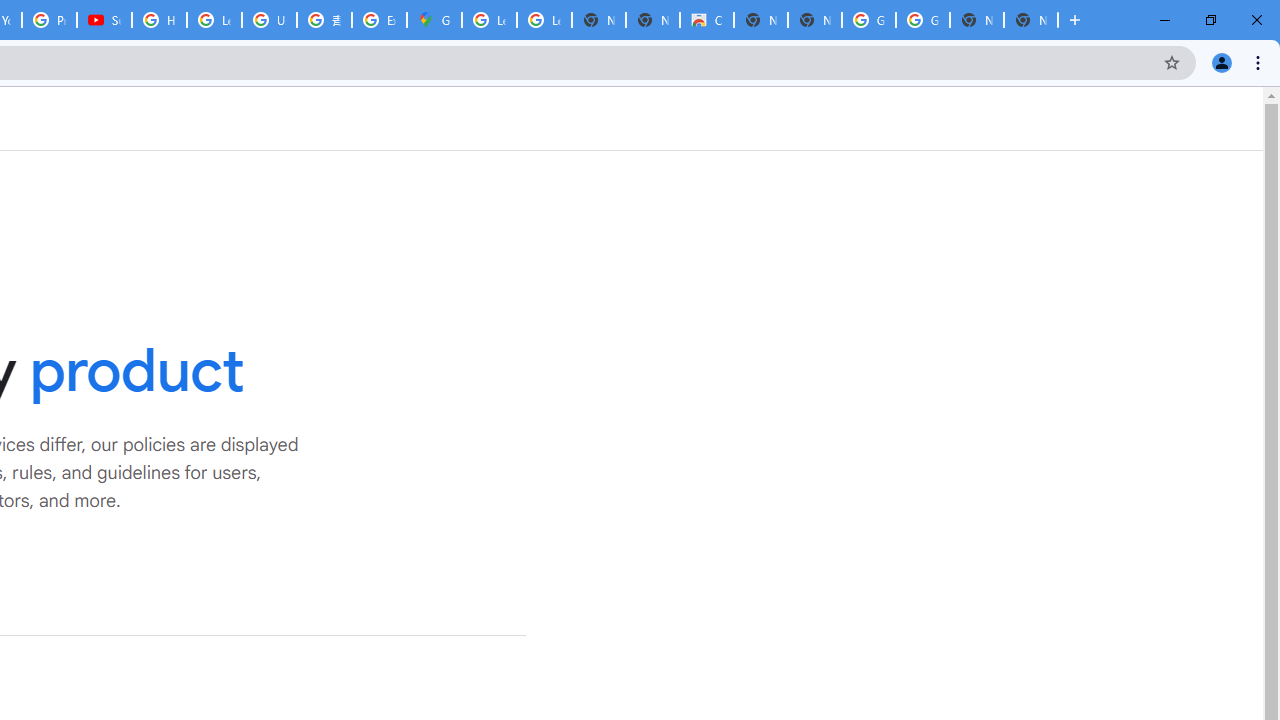 This screenshot has height=720, width=1280. Describe the element at coordinates (706, 20) in the screenshot. I see `'Chrome Web Store'` at that location.